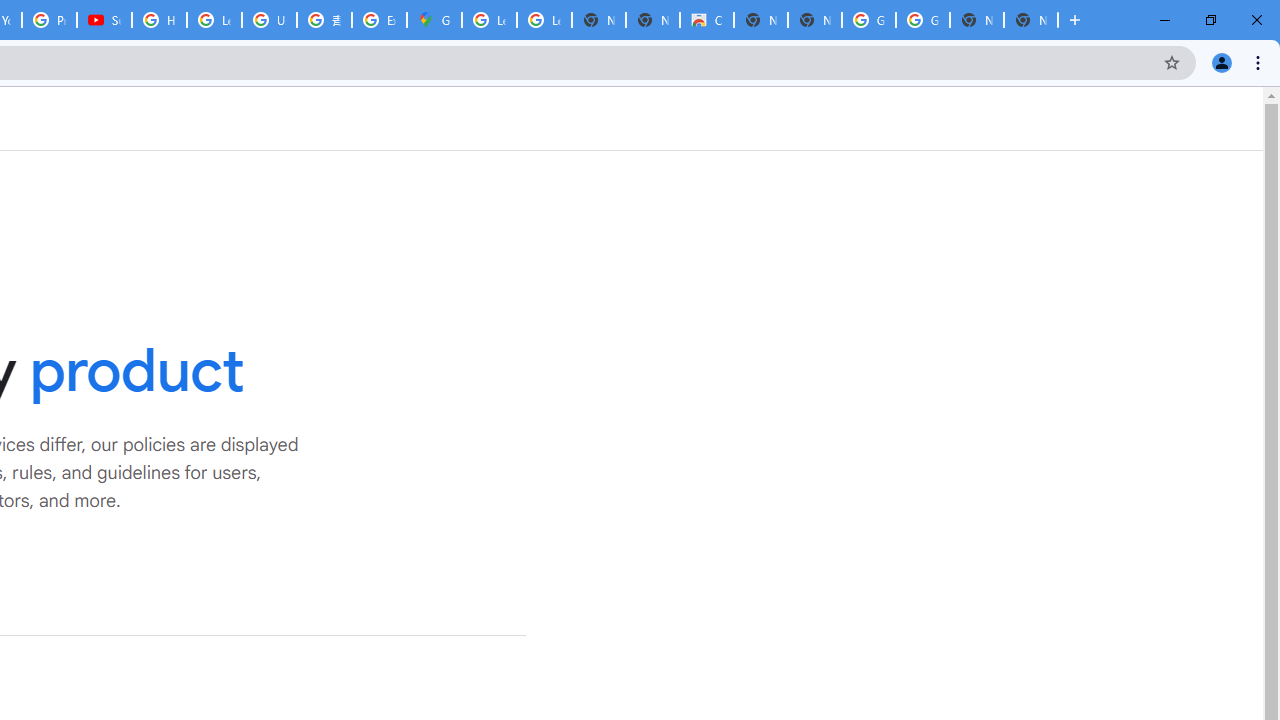 This screenshot has height=720, width=1280. Describe the element at coordinates (706, 20) in the screenshot. I see `'Chrome Web Store'` at that location.